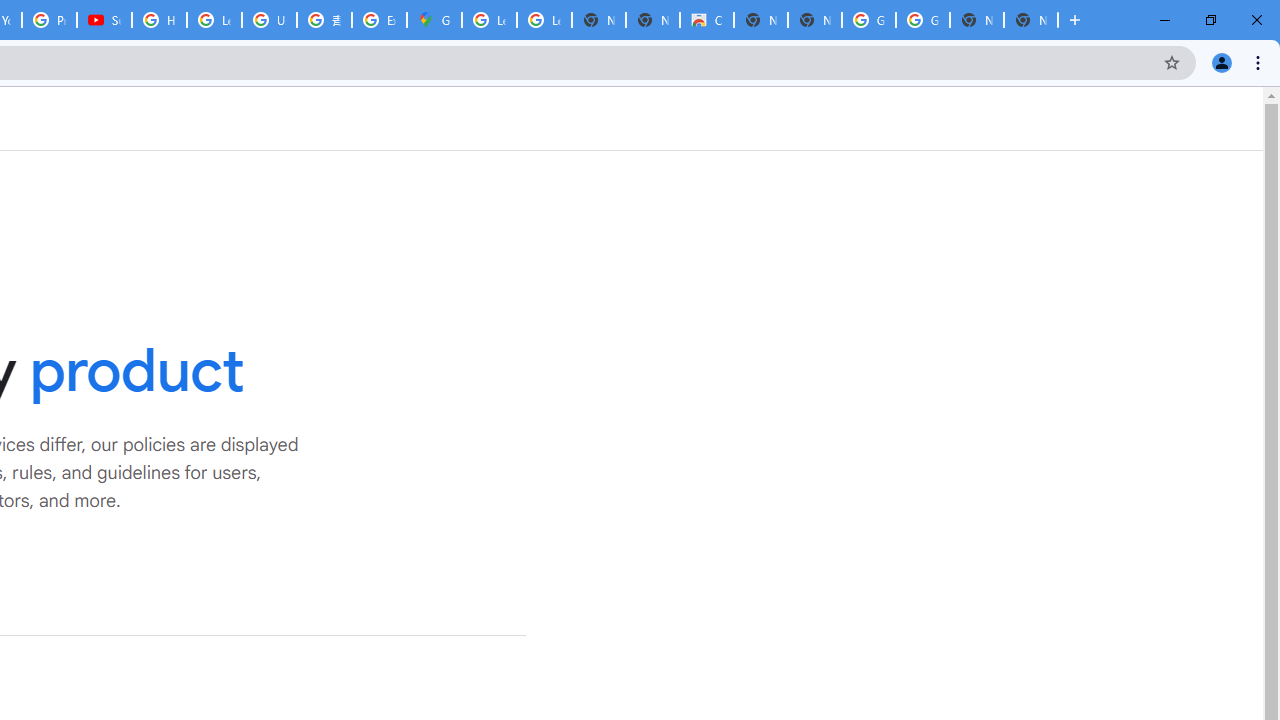 This screenshot has height=720, width=1280. Describe the element at coordinates (706, 20) in the screenshot. I see `'Chrome Web Store'` at that location.